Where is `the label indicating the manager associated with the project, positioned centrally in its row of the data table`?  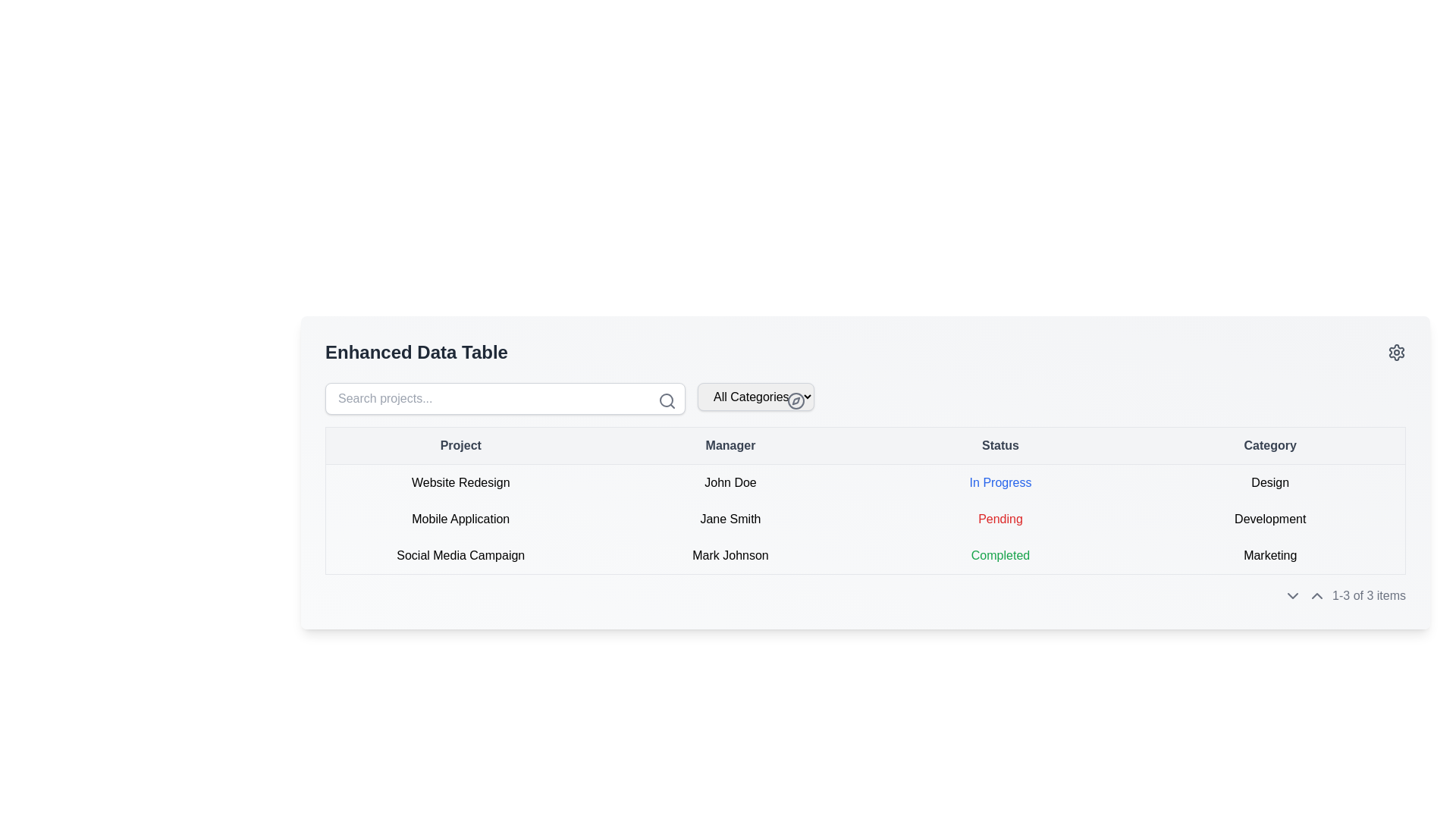 the label indicating the manager associated with the project, positioned centrally in its row of the data table is located at coordinates (730, 519).